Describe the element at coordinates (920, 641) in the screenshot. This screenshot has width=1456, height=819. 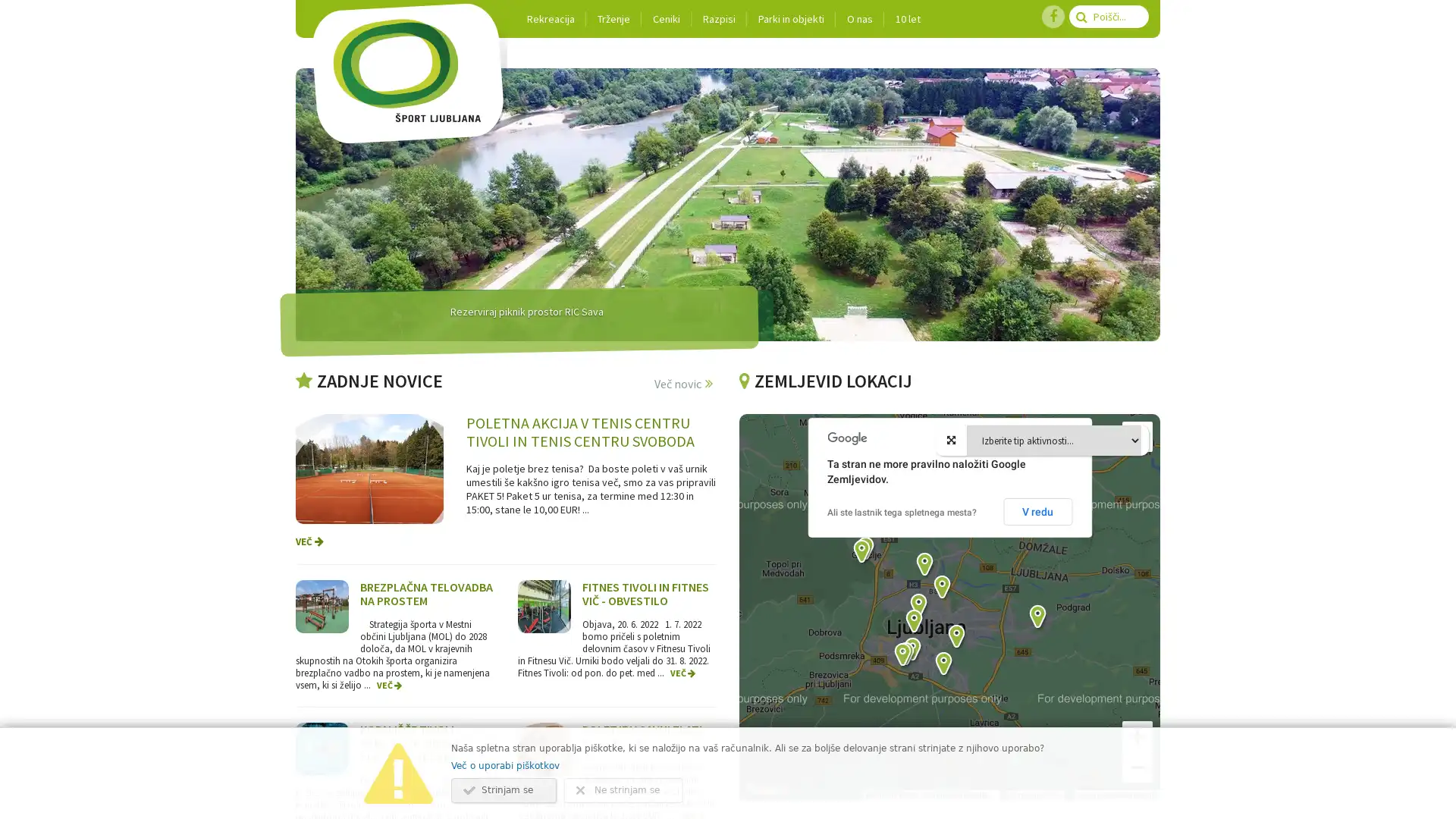
I see `Kako do nas?` at that location.